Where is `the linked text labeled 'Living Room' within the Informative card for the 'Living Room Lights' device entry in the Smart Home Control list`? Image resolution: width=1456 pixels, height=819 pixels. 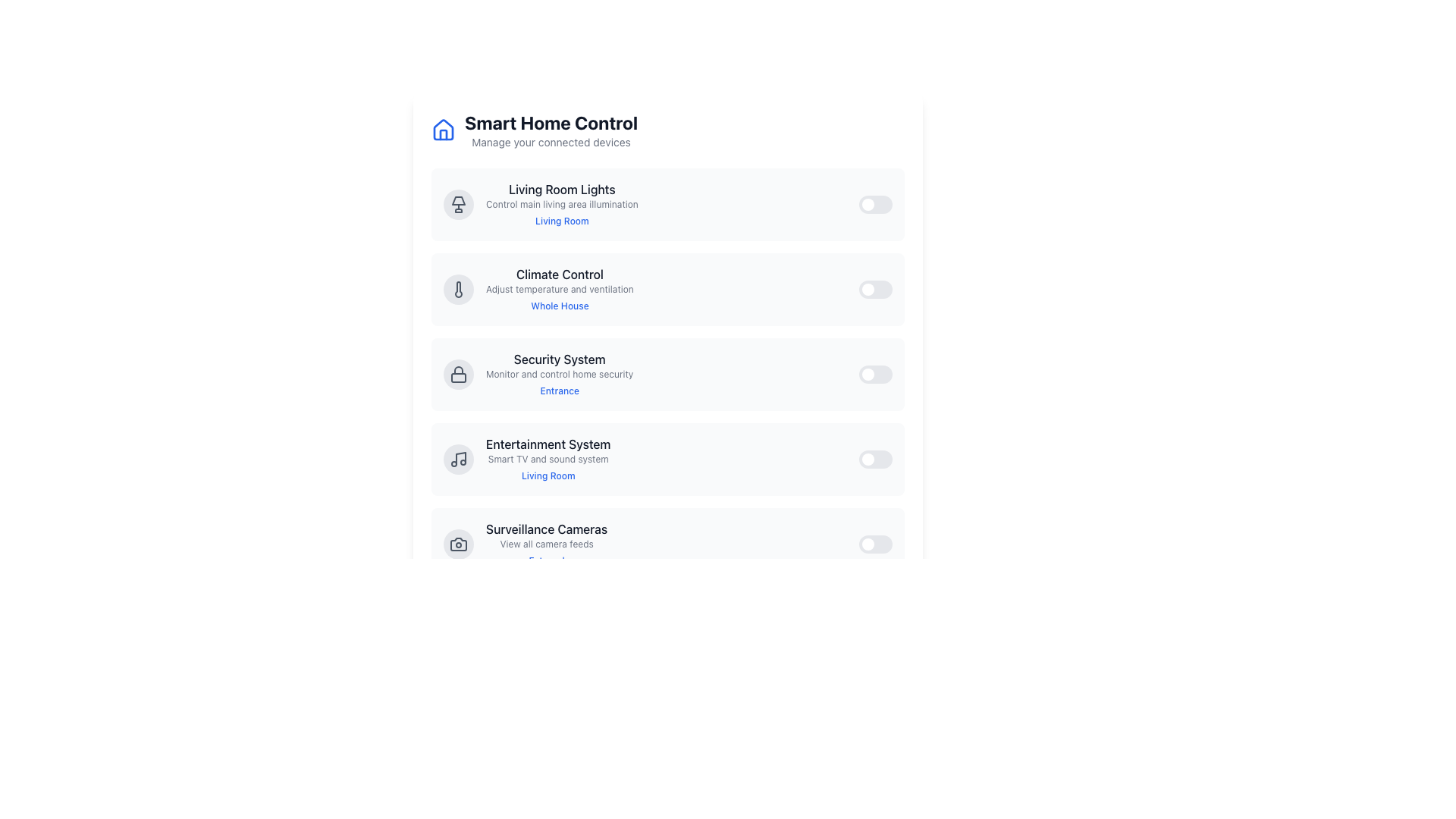 the linked text labeled 'Living Room' within the Informative card for the 'Living Room Lights' device entry in the Smart Home Control list is located at coordinates (541, 205).